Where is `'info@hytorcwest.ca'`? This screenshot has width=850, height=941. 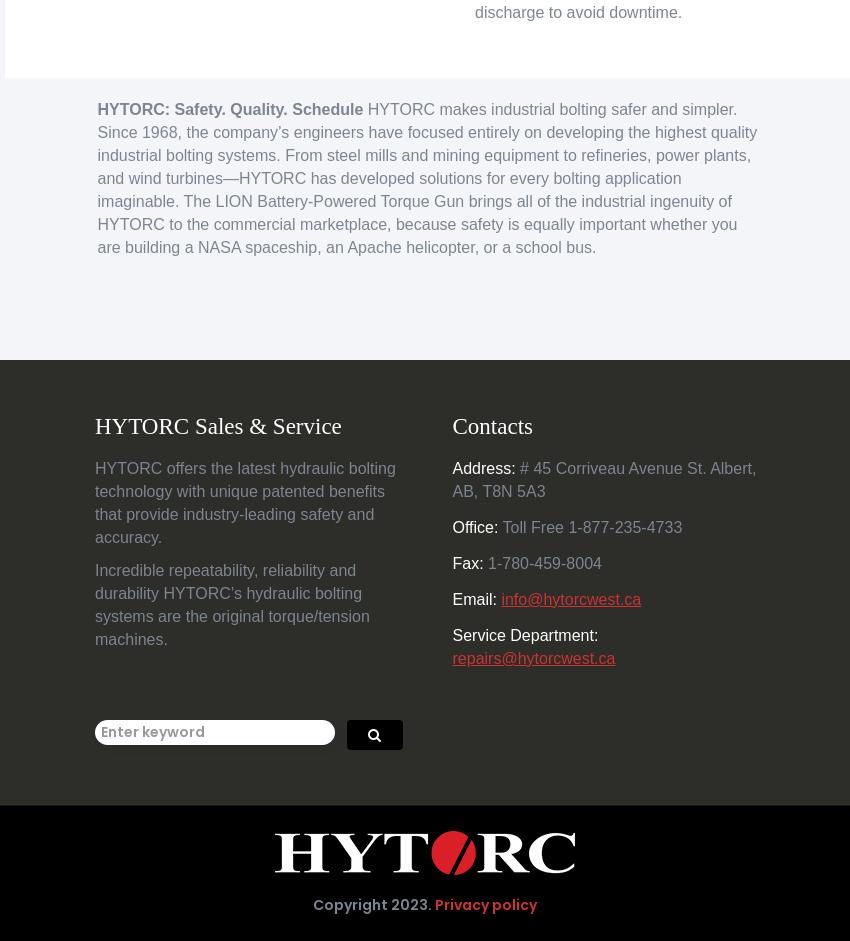
'info@hytorcwest.ca' is located at coordinates (571, 597).